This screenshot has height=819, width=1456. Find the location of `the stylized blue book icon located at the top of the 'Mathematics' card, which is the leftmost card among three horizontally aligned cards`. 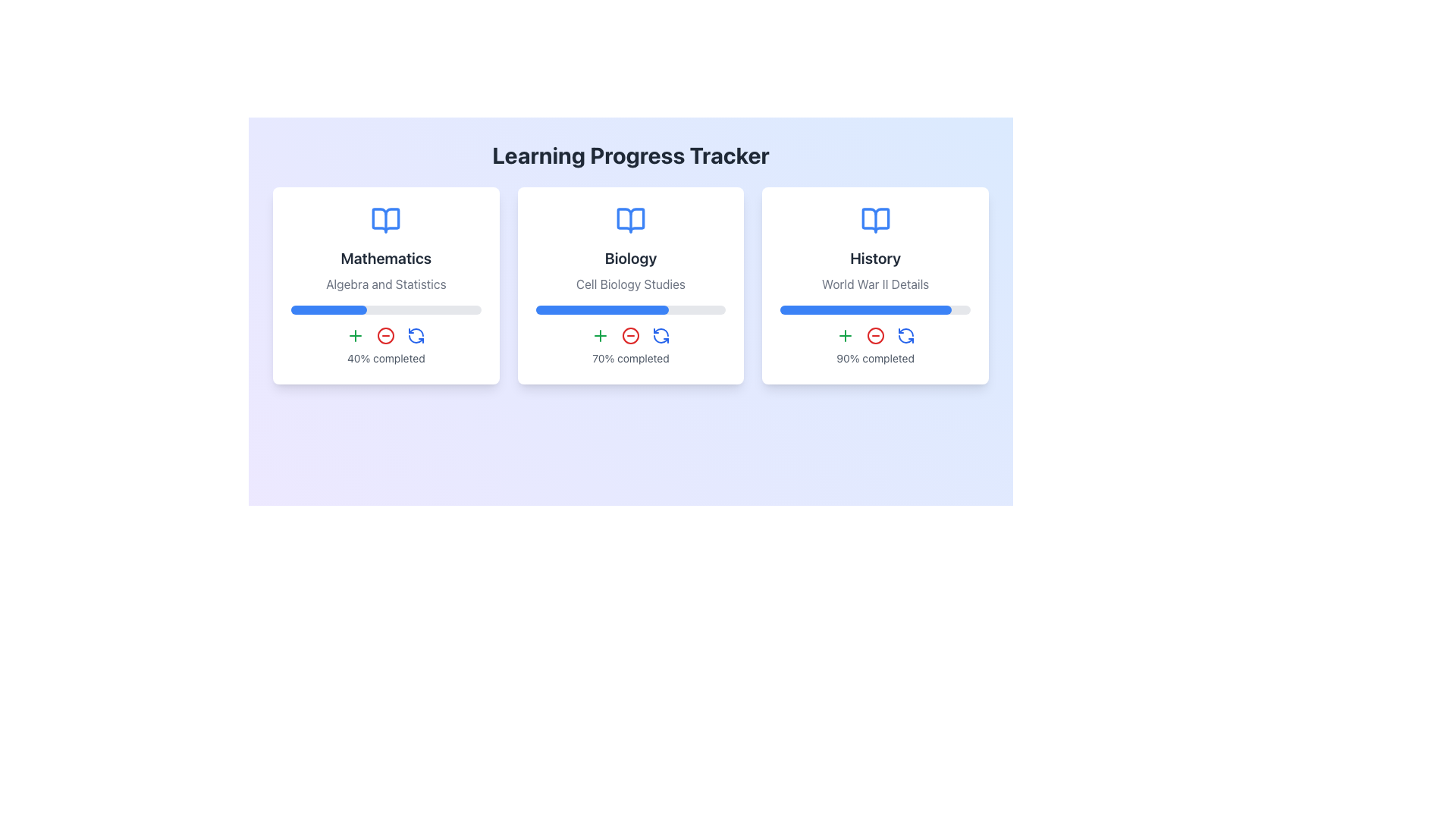

the stylized blue book icon located at the top of the 'Mathematics' card, which is the leftmost card among three horizontally aligned cards is located at coordinates (386, 220).